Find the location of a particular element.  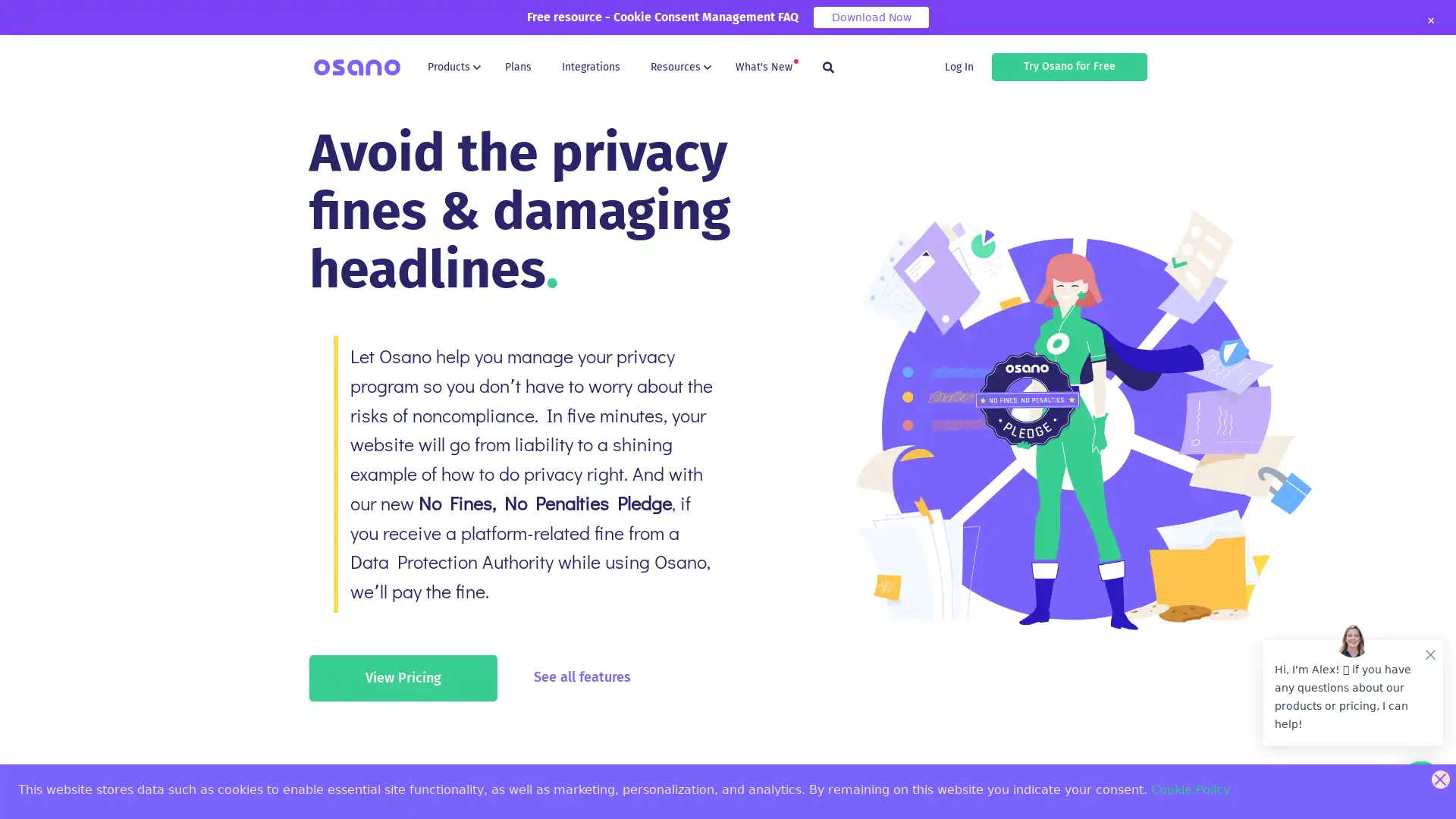

Cookie Preferences is located at coordinates (24, 794).